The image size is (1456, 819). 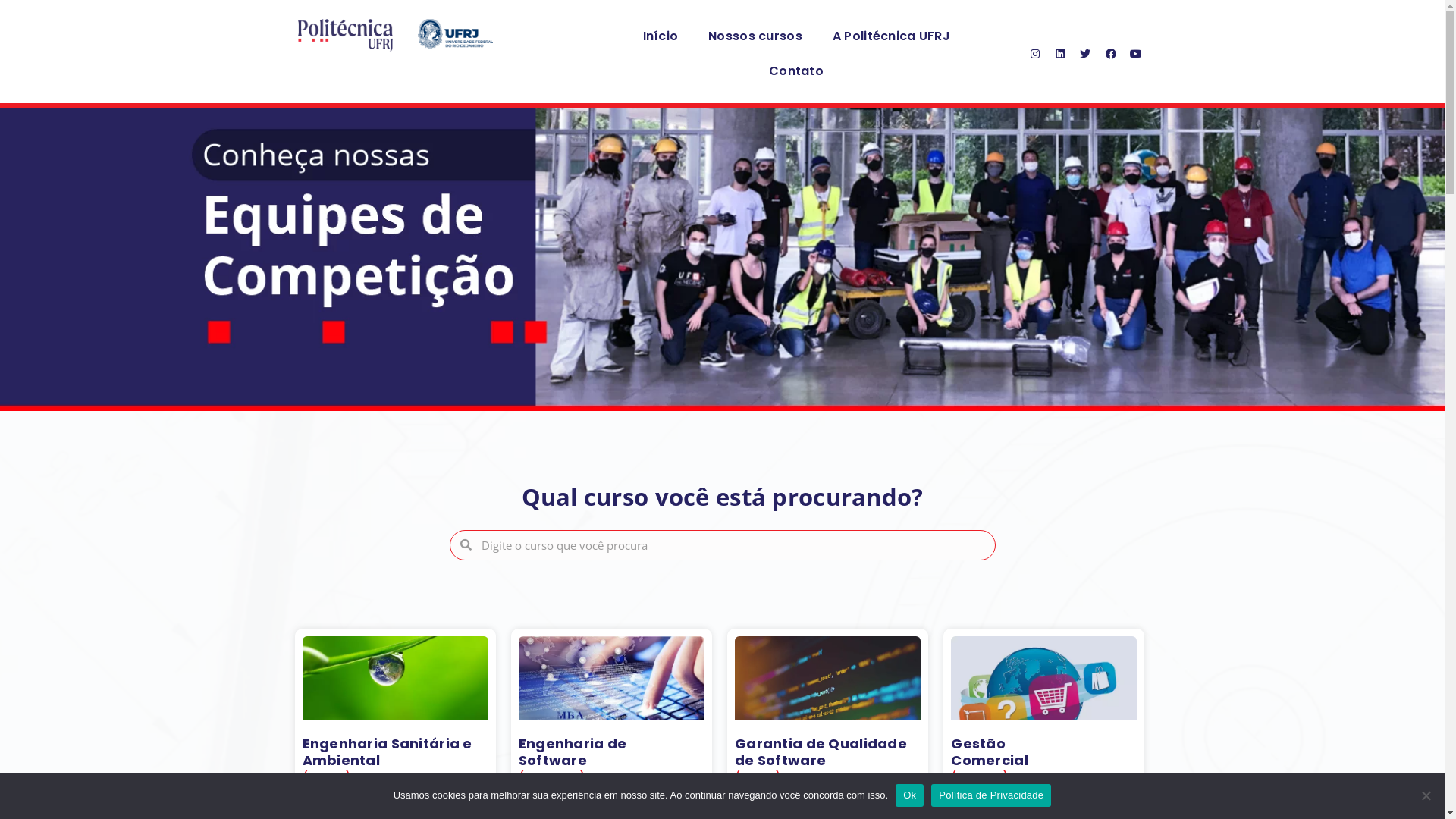 I want to click on 'Nossos cursos', so click(x=755, y=35).